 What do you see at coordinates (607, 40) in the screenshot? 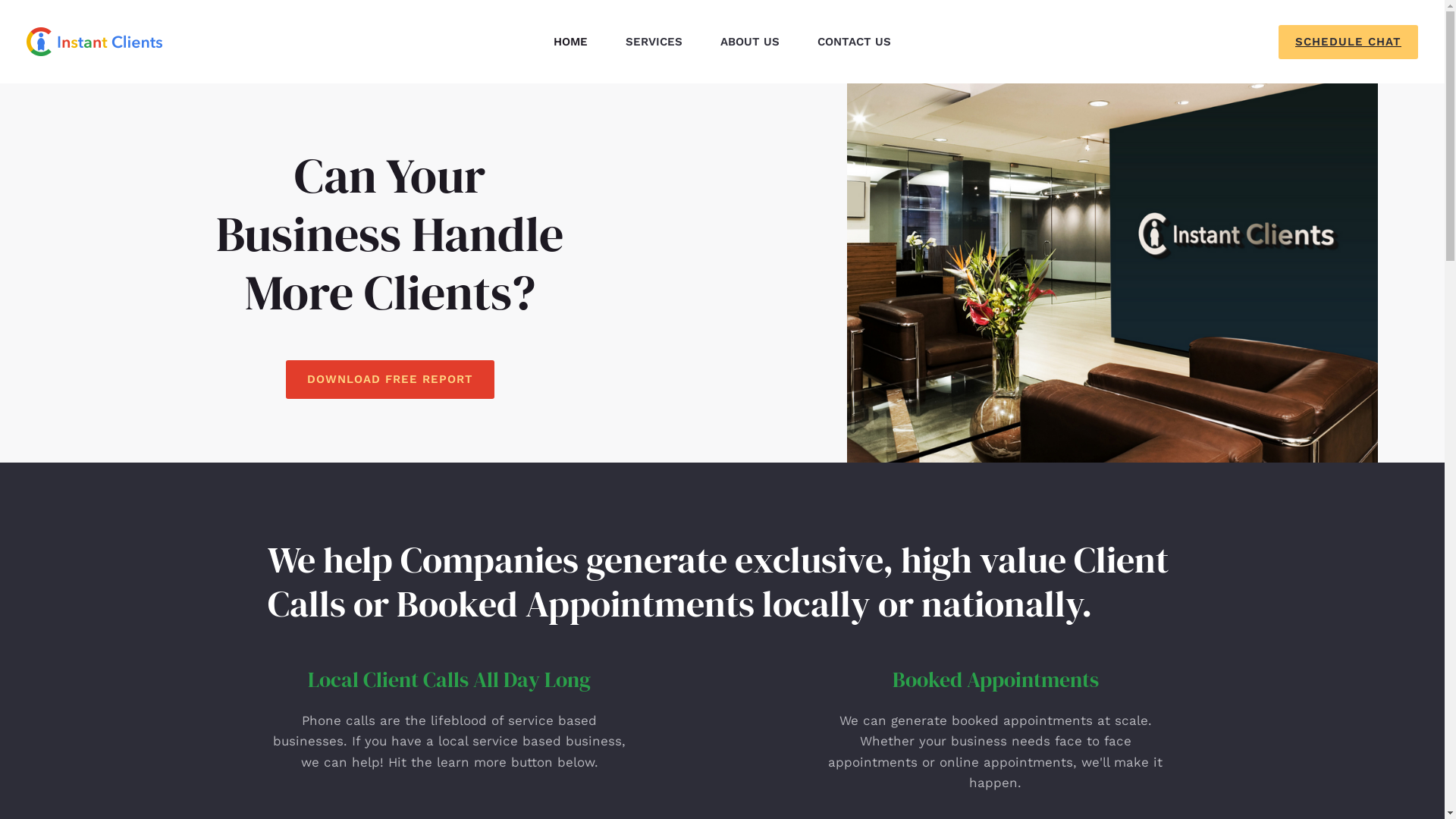
I see `'SERVICES'` at bounding box center [607, 40].